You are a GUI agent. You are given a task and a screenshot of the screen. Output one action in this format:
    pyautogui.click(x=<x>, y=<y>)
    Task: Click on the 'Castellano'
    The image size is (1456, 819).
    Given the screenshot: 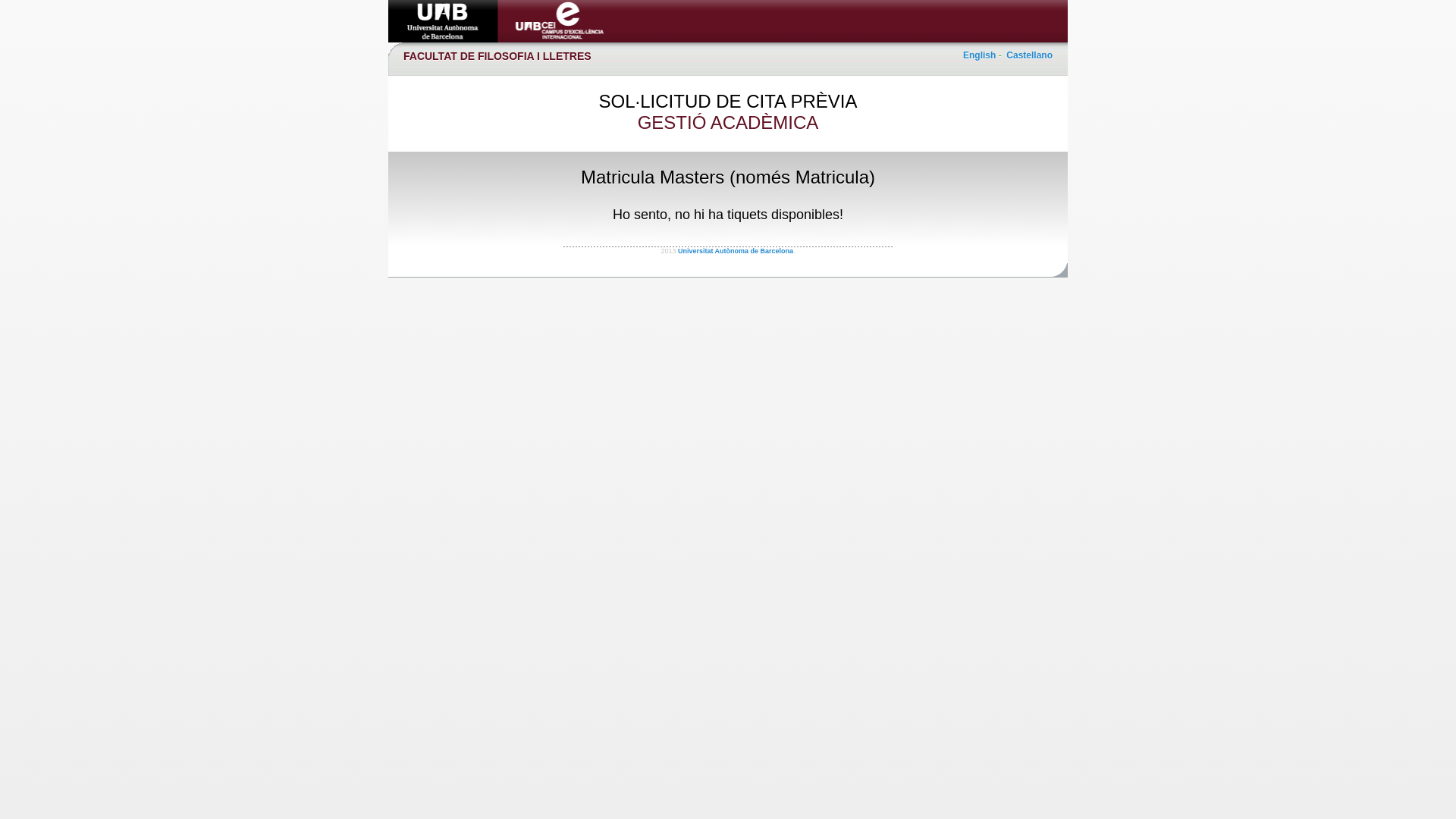 What is the action you would take?
    pyautogui.click(x=1029, y=55)
    